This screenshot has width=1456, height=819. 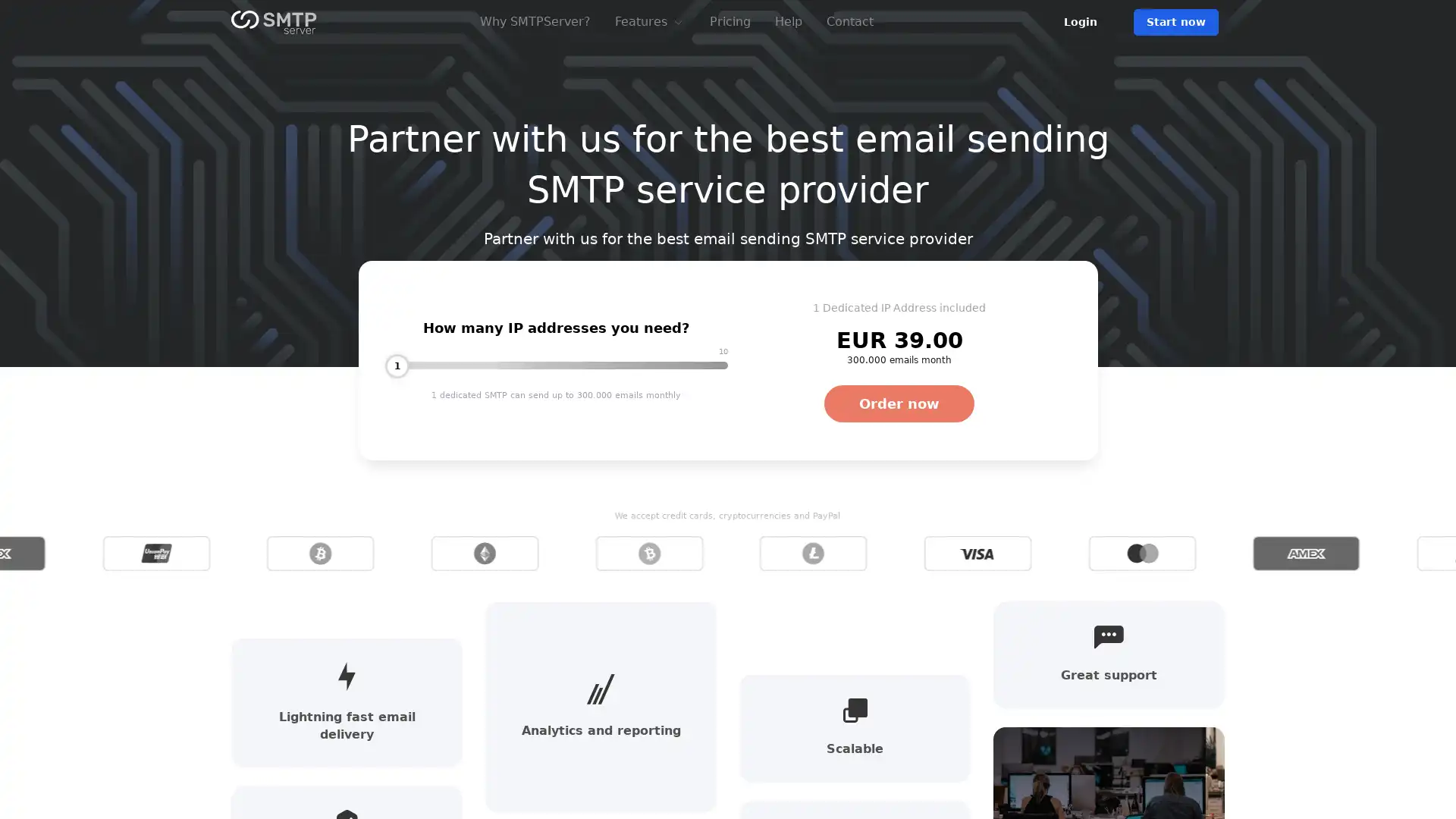 I want to click on Accept, so click(x=1217, y=758).